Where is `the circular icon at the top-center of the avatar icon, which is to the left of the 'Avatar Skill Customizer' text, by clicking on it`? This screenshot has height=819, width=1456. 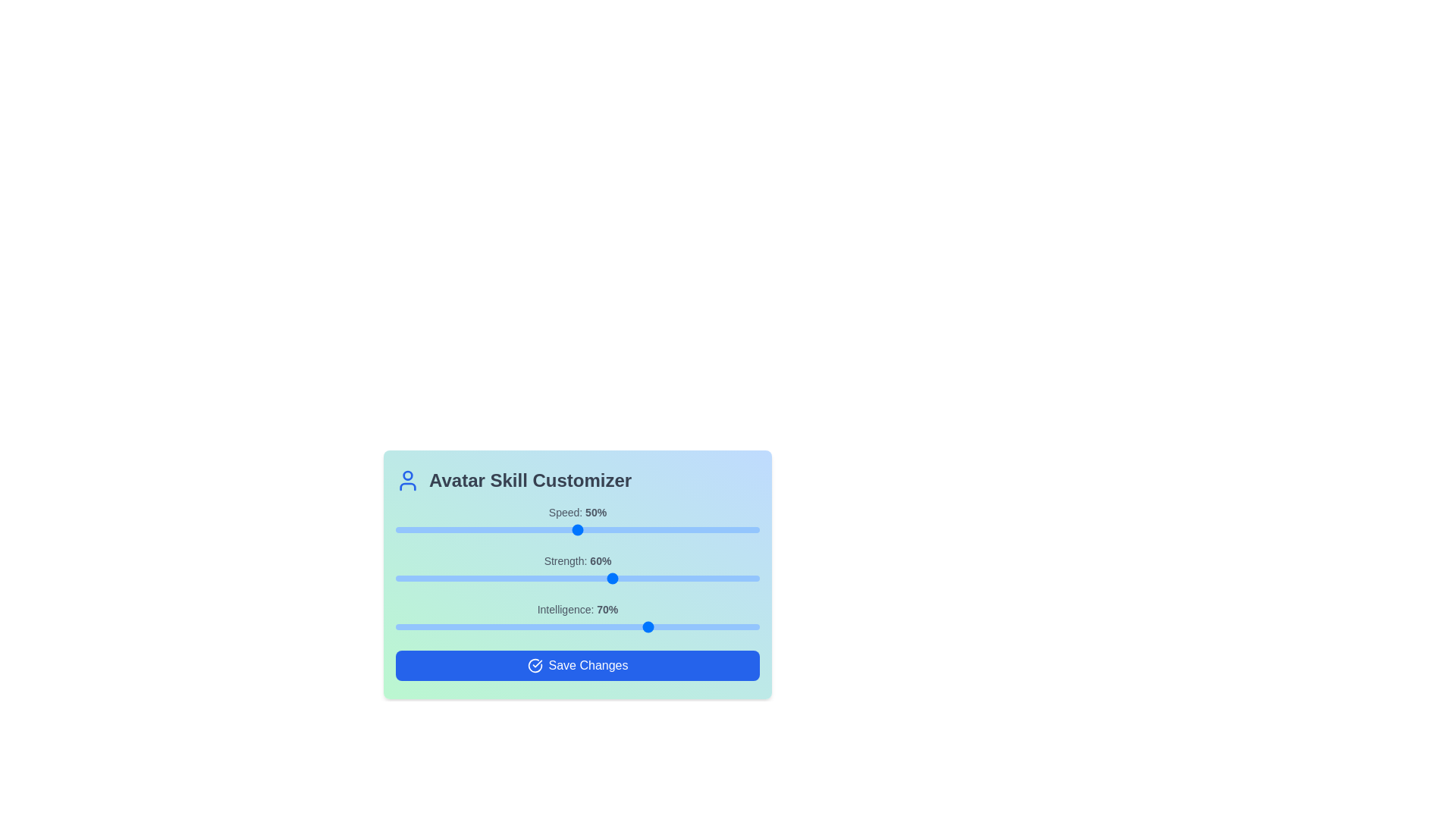
the circular icon at the top-center of the avatar icon, which is to the left of the 'Avatar Skill Customizer' text, by clicking on it is located at coordinates (407, 475).